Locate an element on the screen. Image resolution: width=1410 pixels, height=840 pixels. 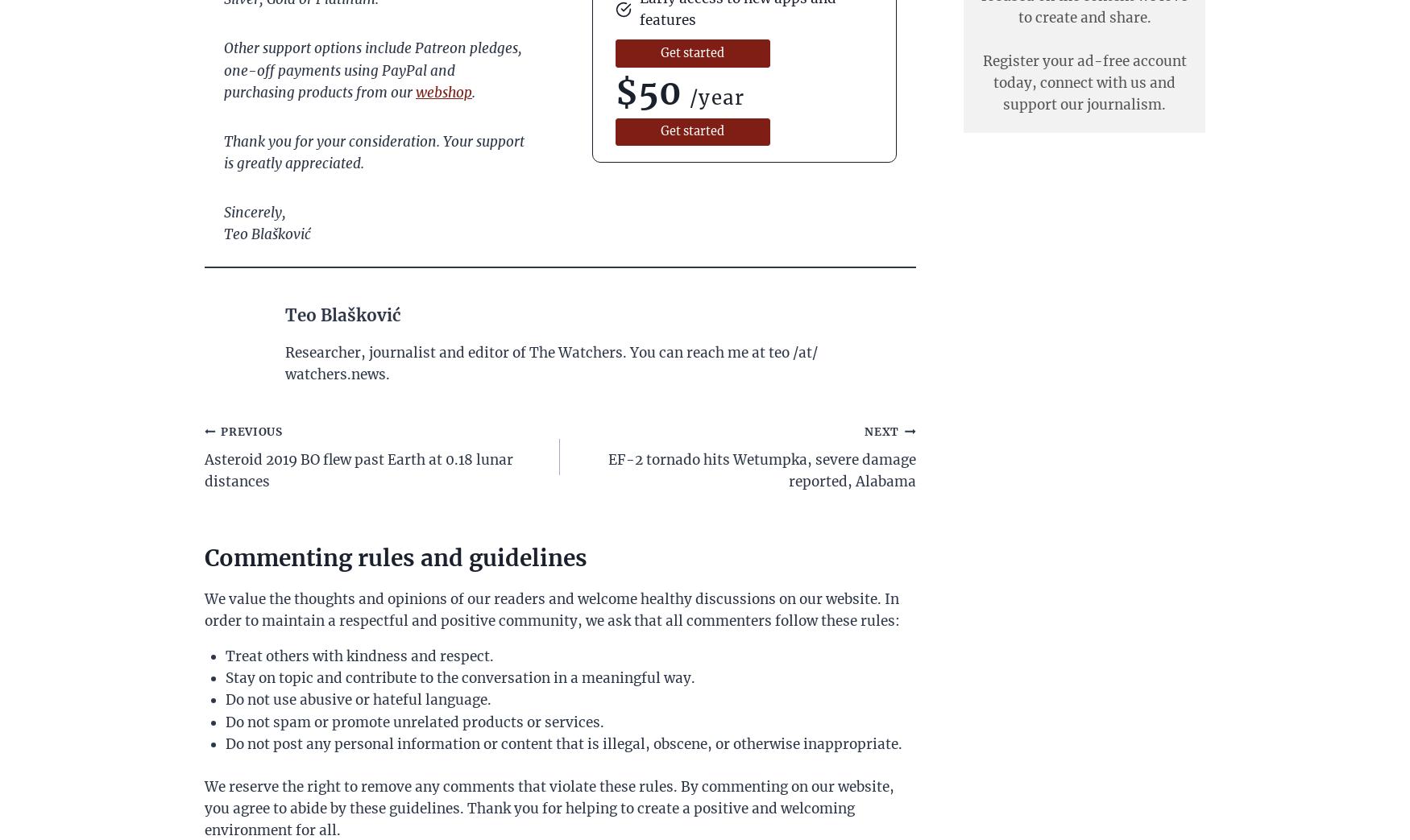
'Next' is located at coordinates (881, 432).